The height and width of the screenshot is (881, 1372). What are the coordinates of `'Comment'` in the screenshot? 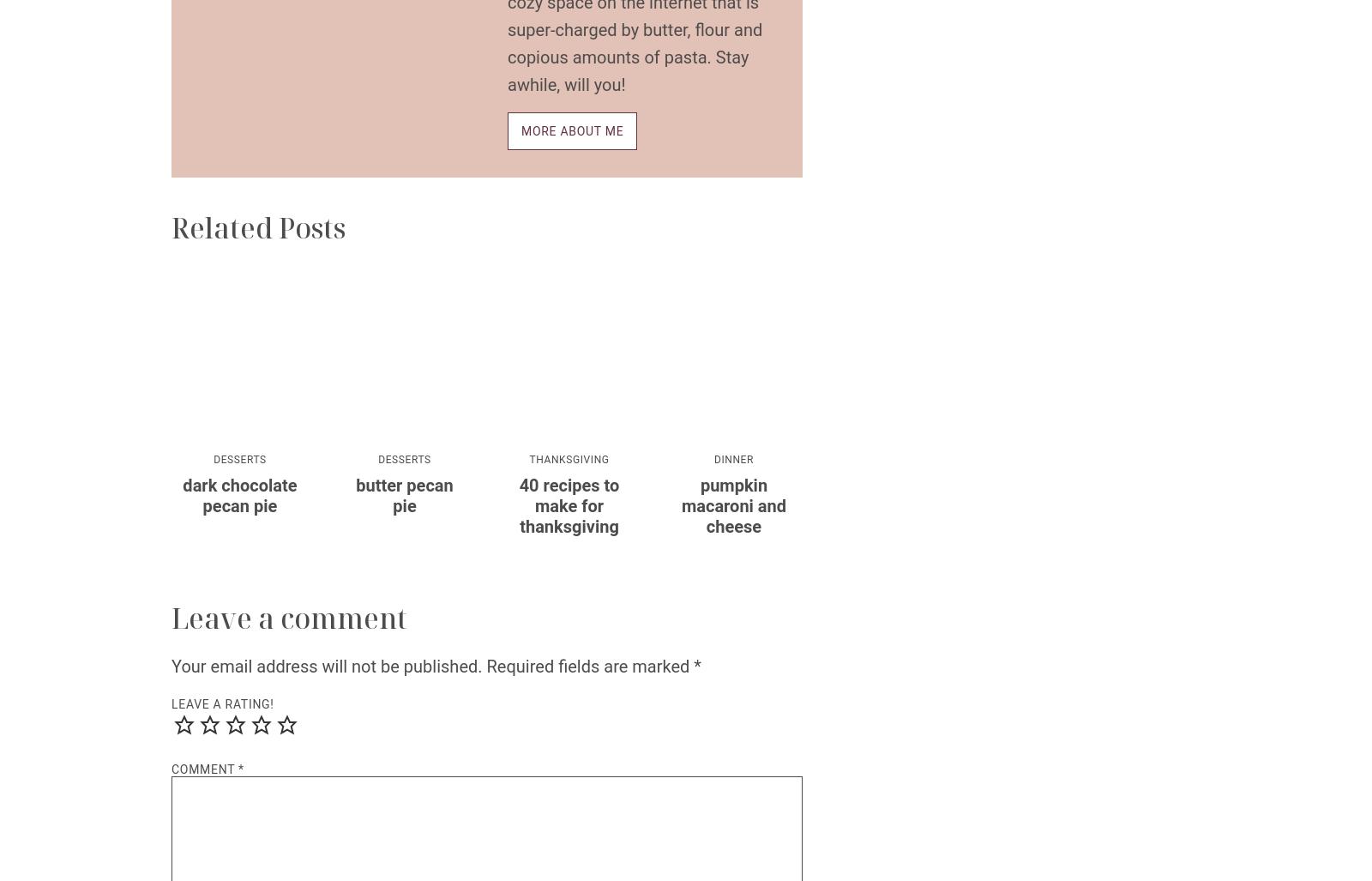 It's located at (205, 767).